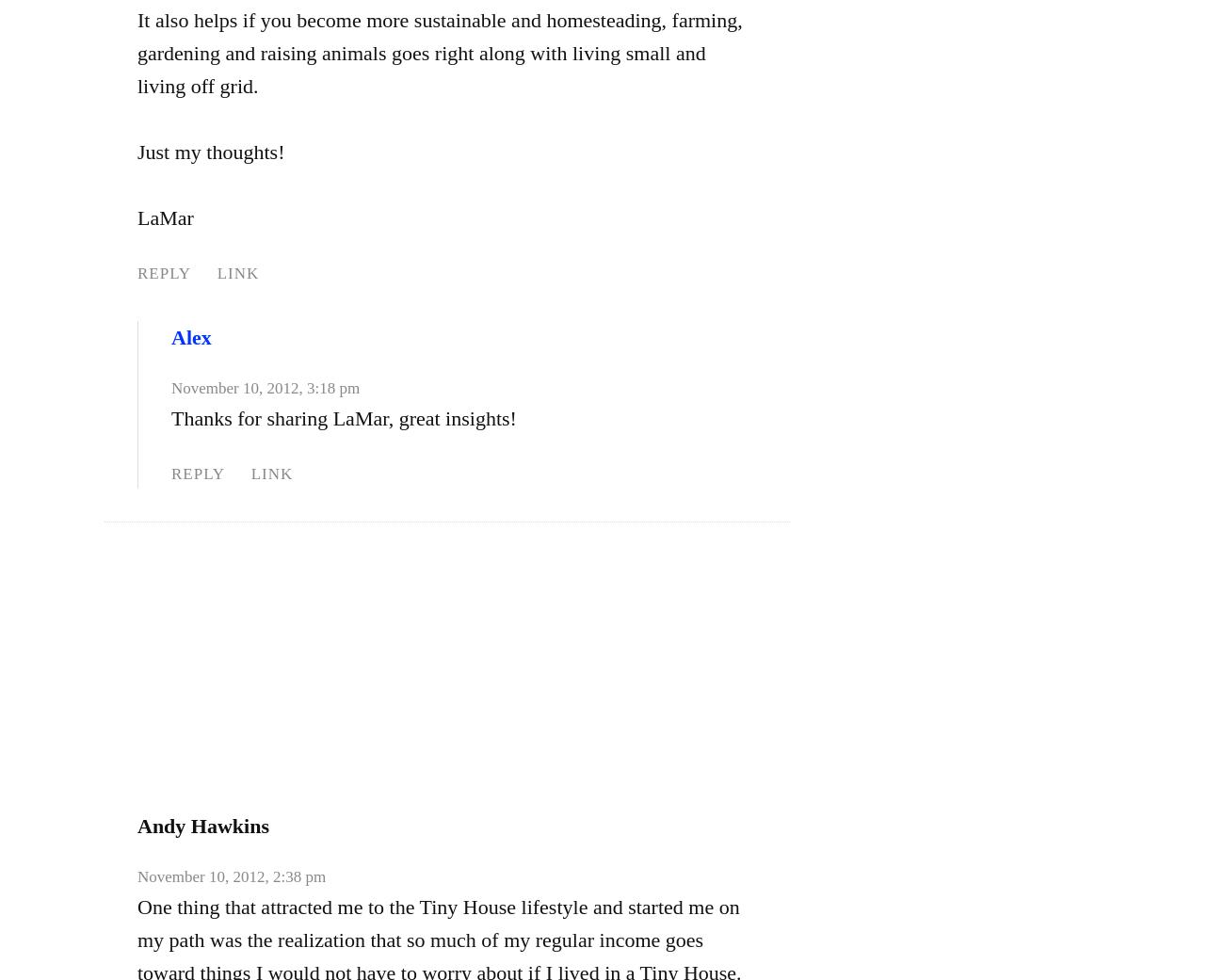 This screenshot has width=1224, height=980. I want to click on 'It also helps if you become more sustainable and homesteading, farming, gardening and raising animals goes right along with living small and living off grid.', so click(438, 52).